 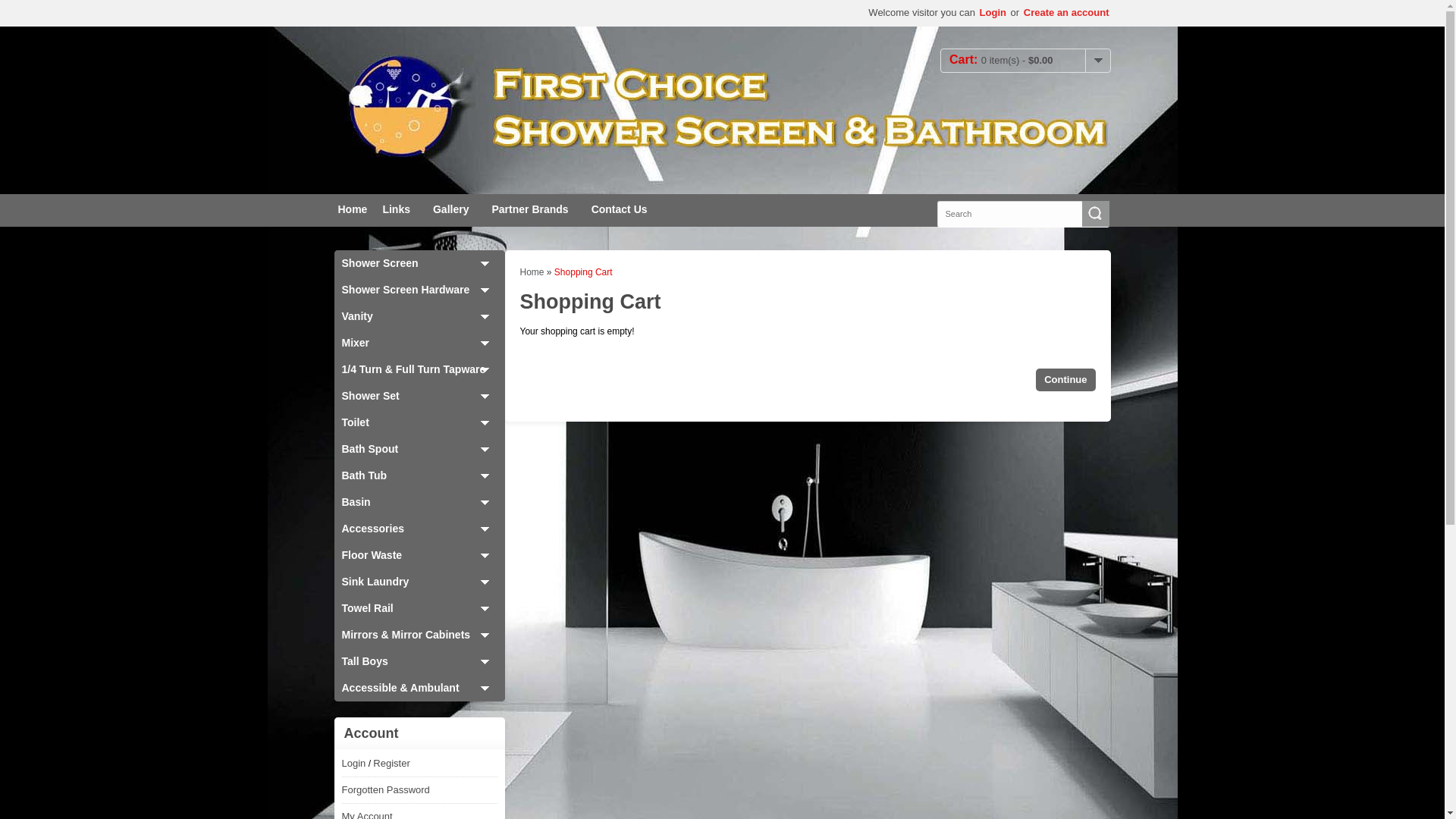 What do you see at coordinates (419, 581) in the screenshot?
I see `'Sink Laundry'` at bounding box center [419, 581].